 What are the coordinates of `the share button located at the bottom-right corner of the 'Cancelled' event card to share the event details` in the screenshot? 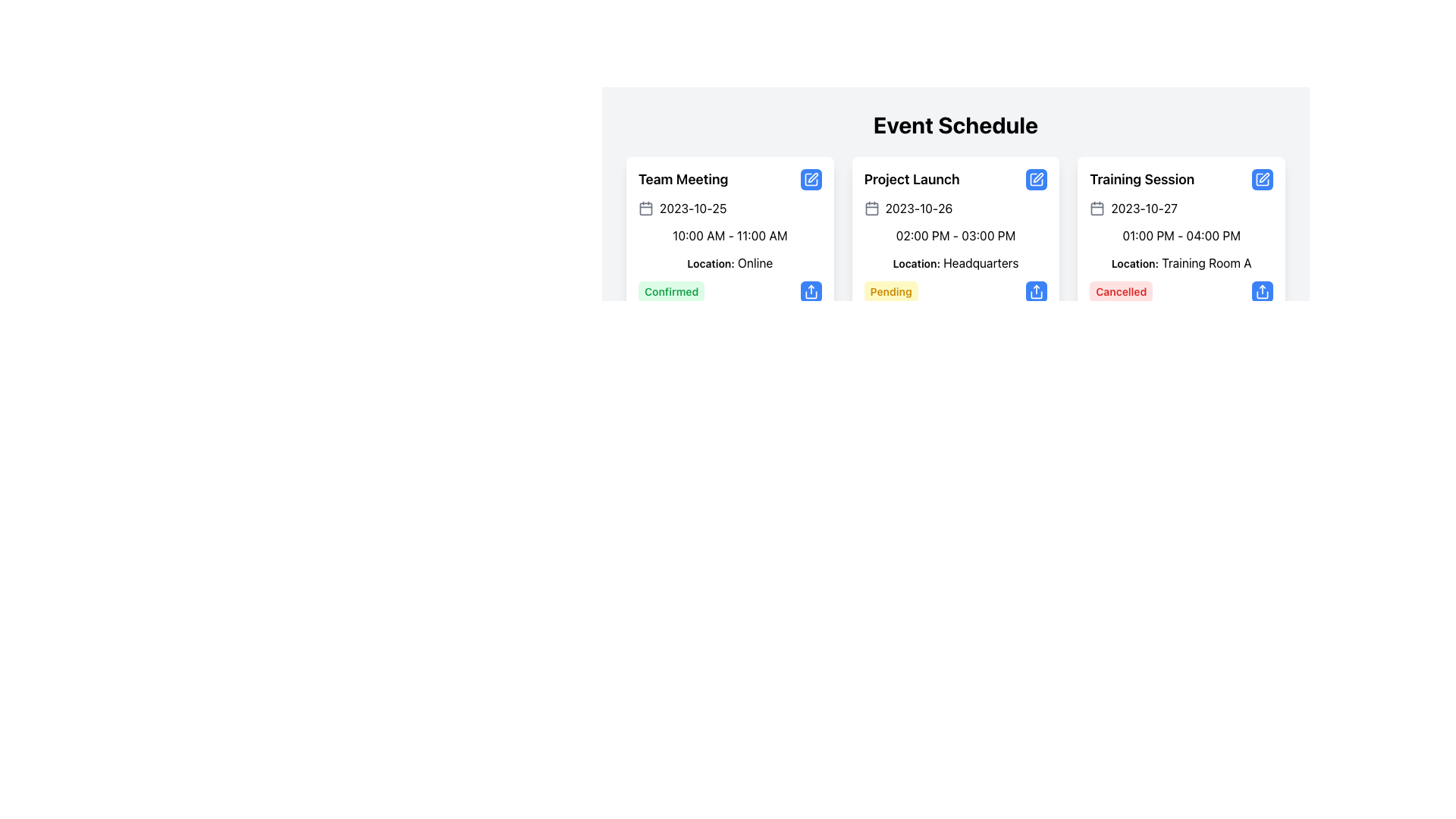 It's located at (1263, 292).